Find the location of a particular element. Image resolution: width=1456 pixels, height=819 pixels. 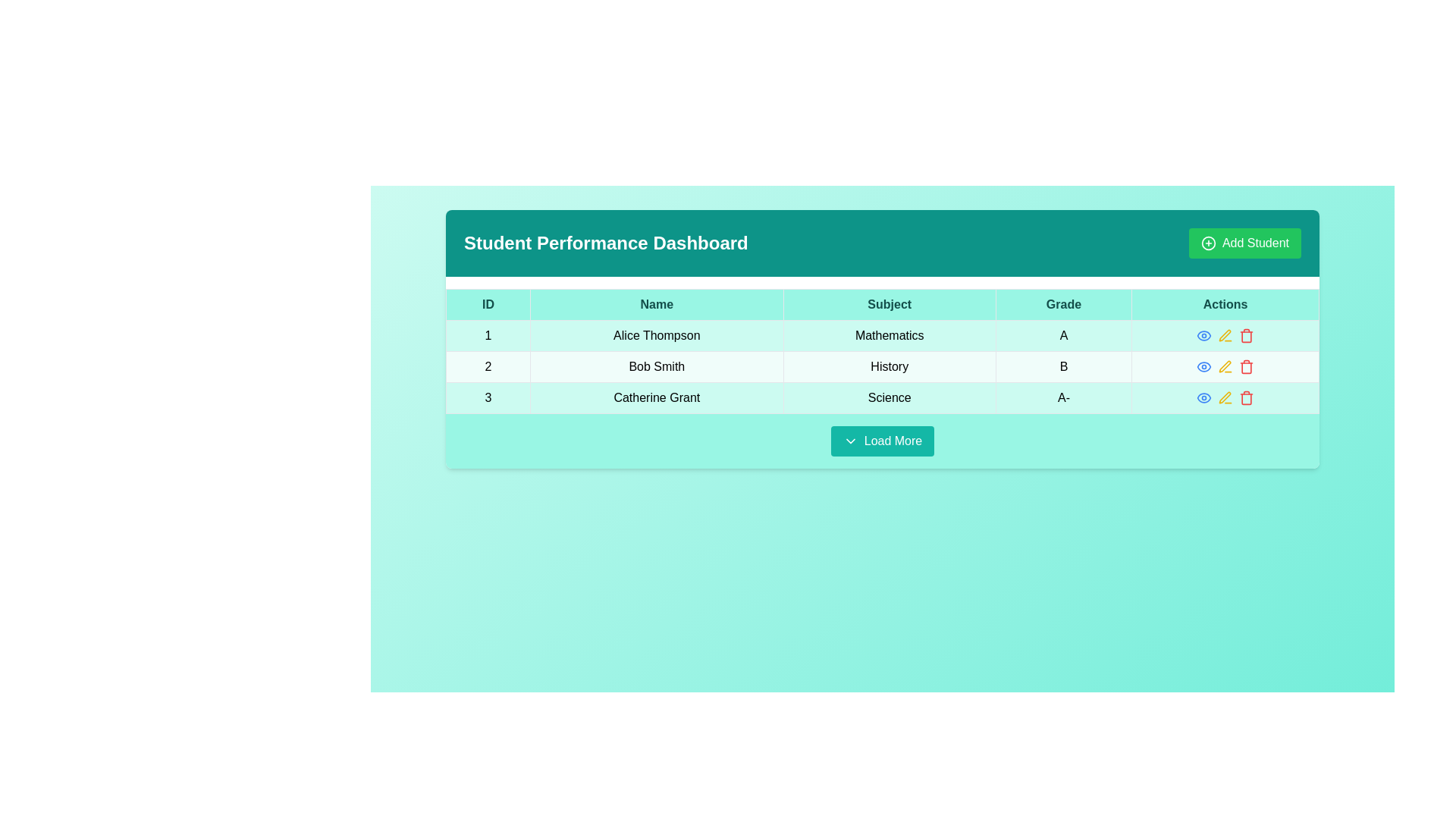

trash bin icon element representing the delete action for 'Bob Smith' in the second row of the data table using developer tools is located at coordinates (1247, 368).